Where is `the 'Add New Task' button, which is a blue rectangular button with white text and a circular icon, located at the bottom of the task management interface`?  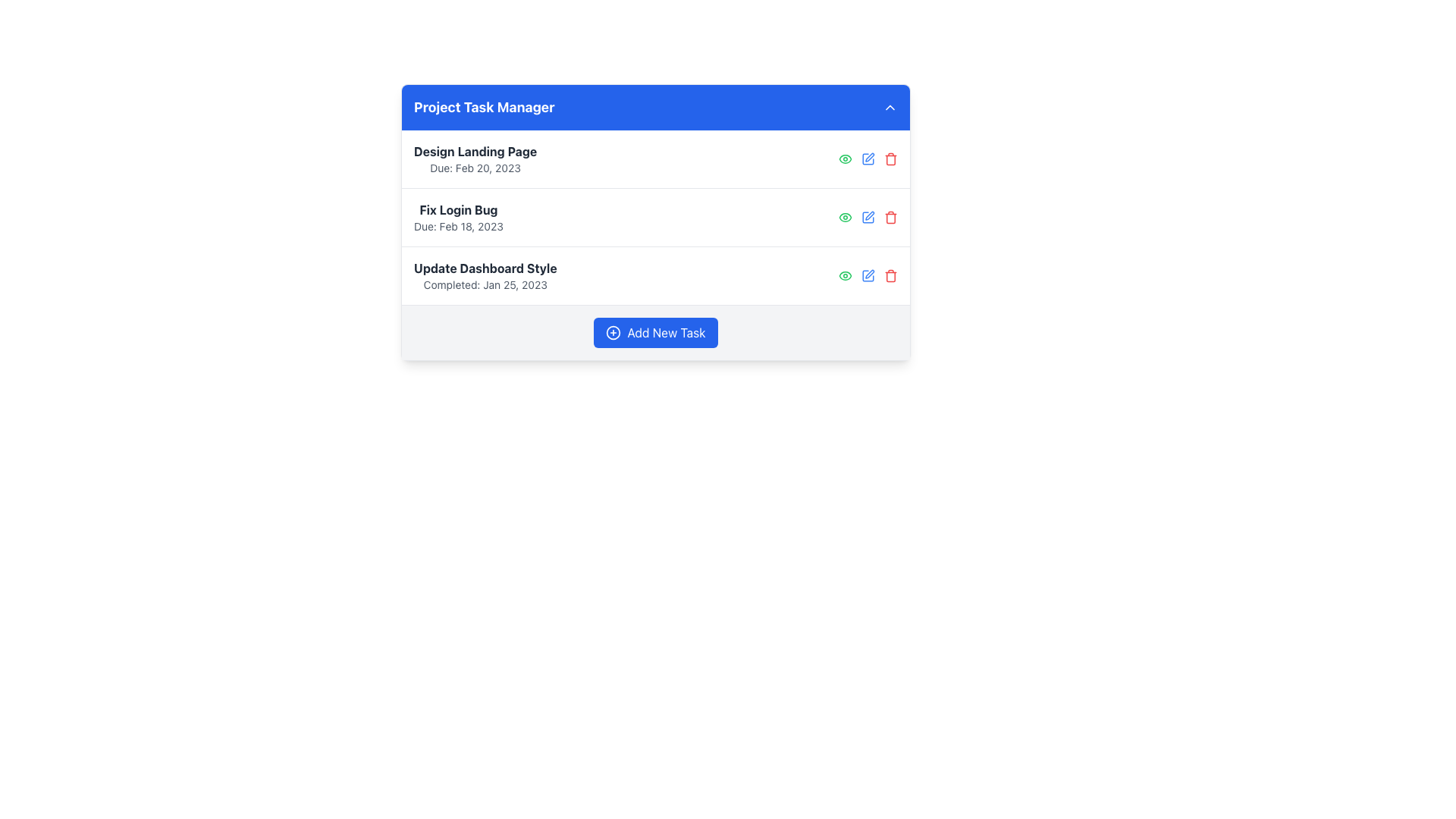 the 'Add New Task' button, which is a blue rectangular button with white text and a circular icon, located at the bottom of the task management interface is located at coordinates (655, 331).